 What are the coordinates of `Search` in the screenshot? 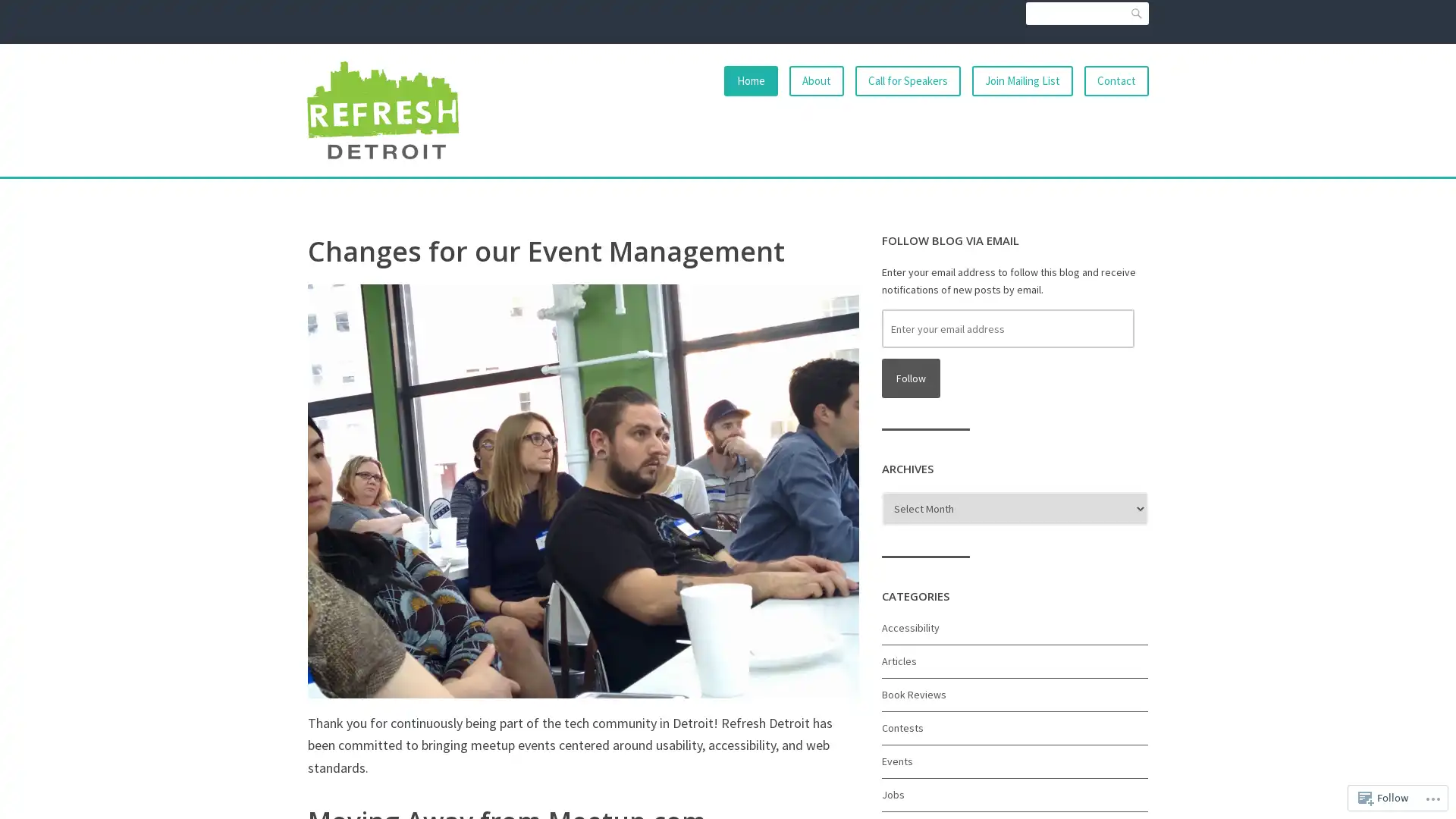 It's located at (1136, 14).